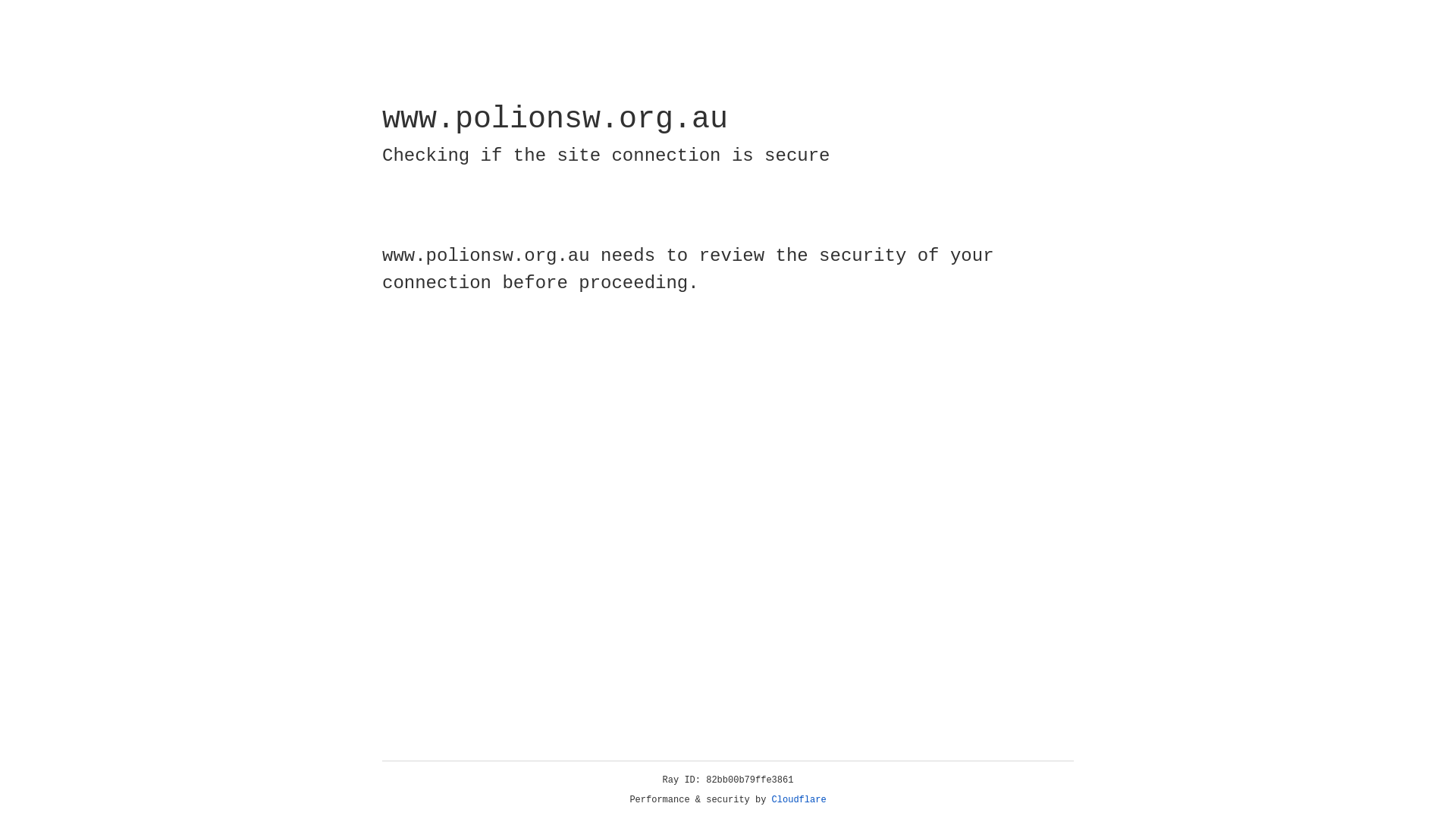 Image resolution: width=1456 pixels, height=819 pixels. Describe the element at coordinates (799, 799) in the screenshot. I see `'Cloudflare'` at that location.